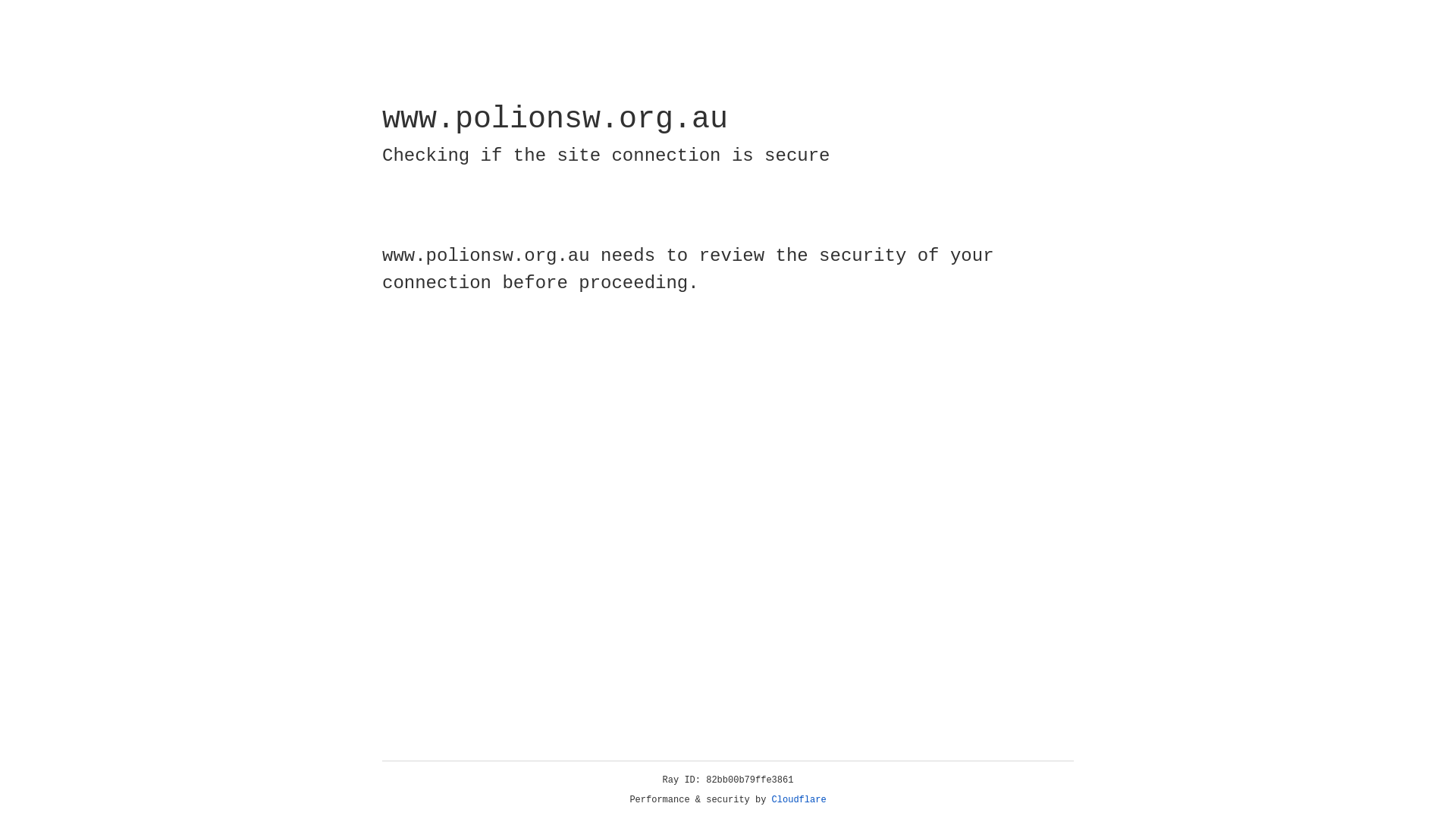 Image resolution: width=1456 pixels, height=819 pixels. Describe the element at coordinates (799, 799) in the screenshot. I see `'Cloudflare'` at that location.